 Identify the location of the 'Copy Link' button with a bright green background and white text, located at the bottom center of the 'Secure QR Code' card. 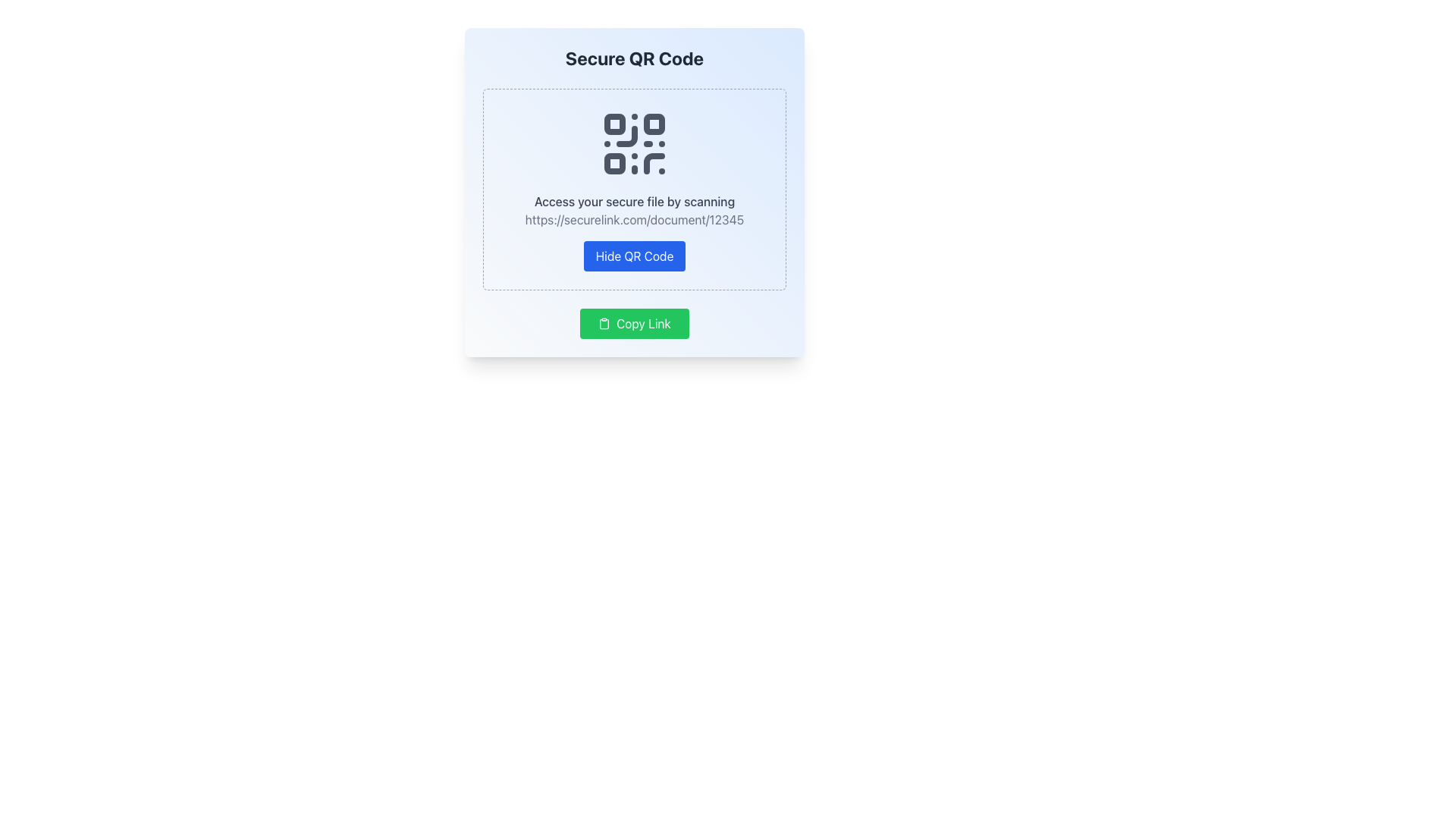
(634, 323).